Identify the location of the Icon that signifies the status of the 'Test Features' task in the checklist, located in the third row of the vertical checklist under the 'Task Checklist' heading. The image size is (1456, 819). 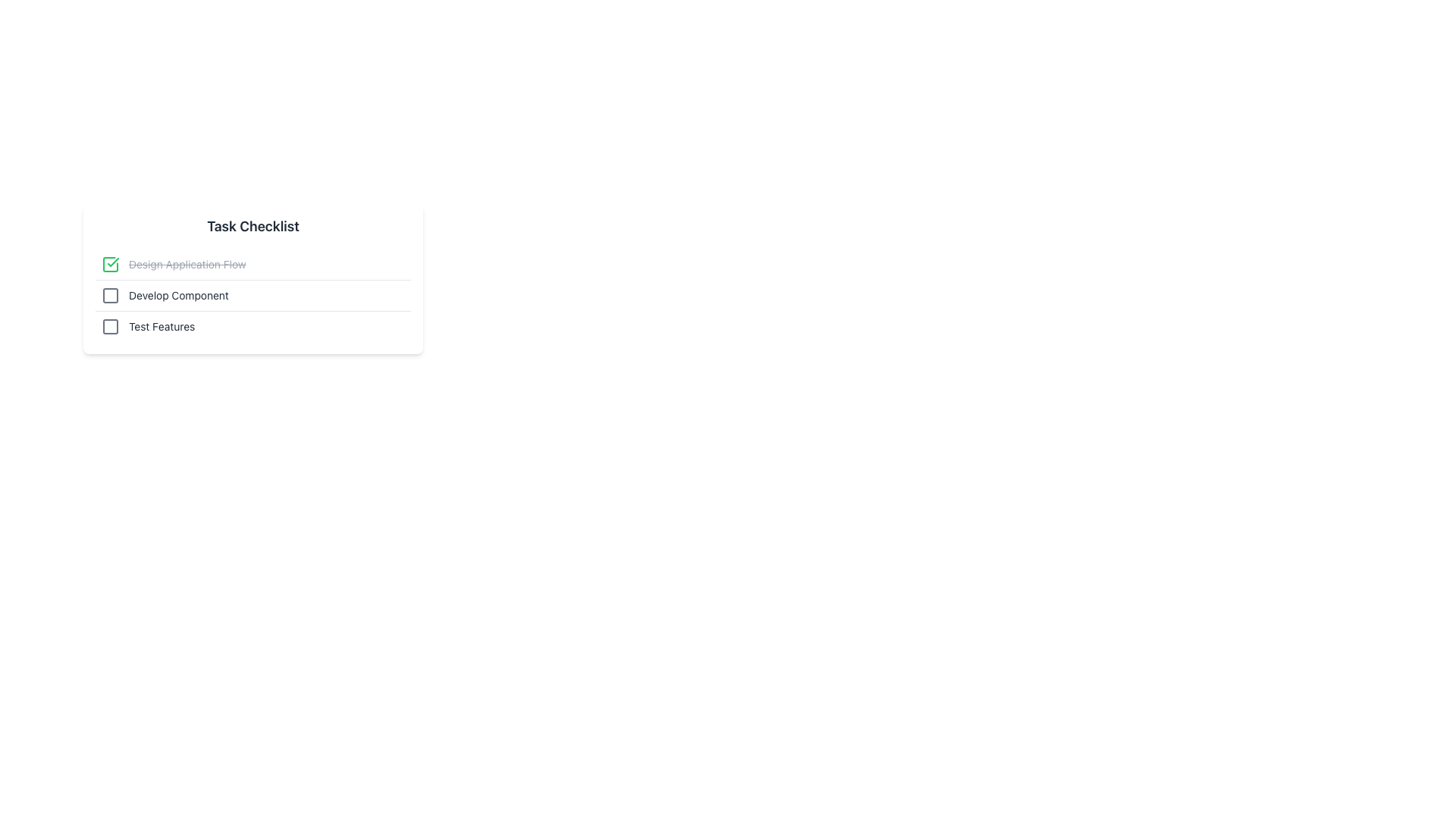
(109, 326).